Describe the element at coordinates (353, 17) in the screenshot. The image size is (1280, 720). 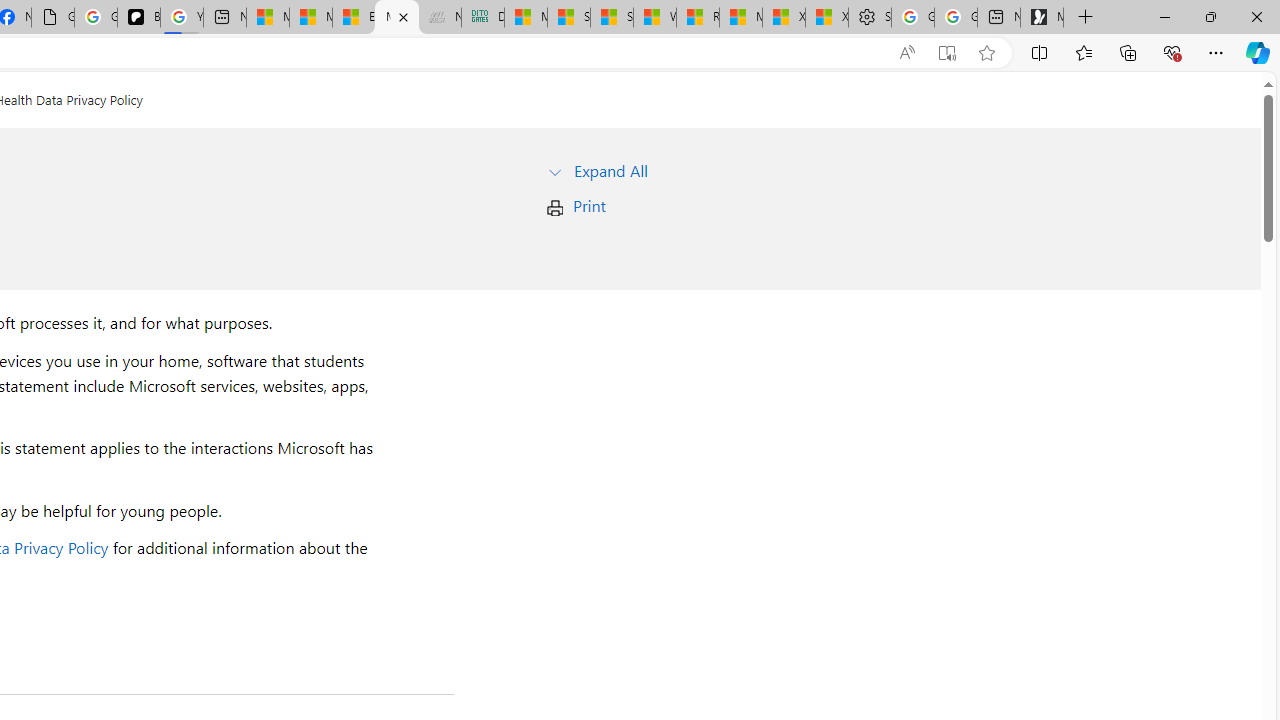
I see `'Entertainment - MSN'` at that location.